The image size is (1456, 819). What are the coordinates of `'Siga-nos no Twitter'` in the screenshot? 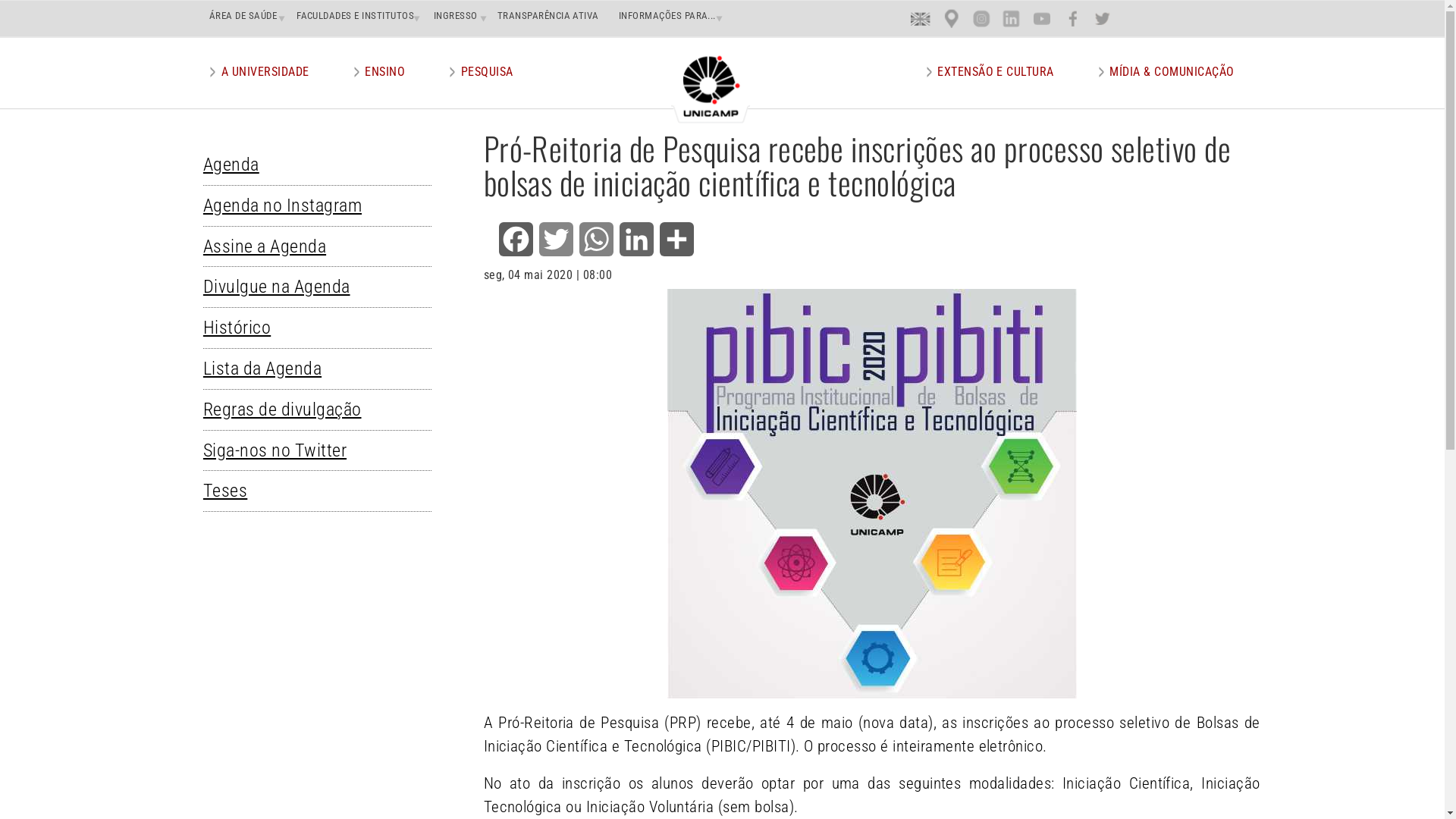 It's located at (282, 450).